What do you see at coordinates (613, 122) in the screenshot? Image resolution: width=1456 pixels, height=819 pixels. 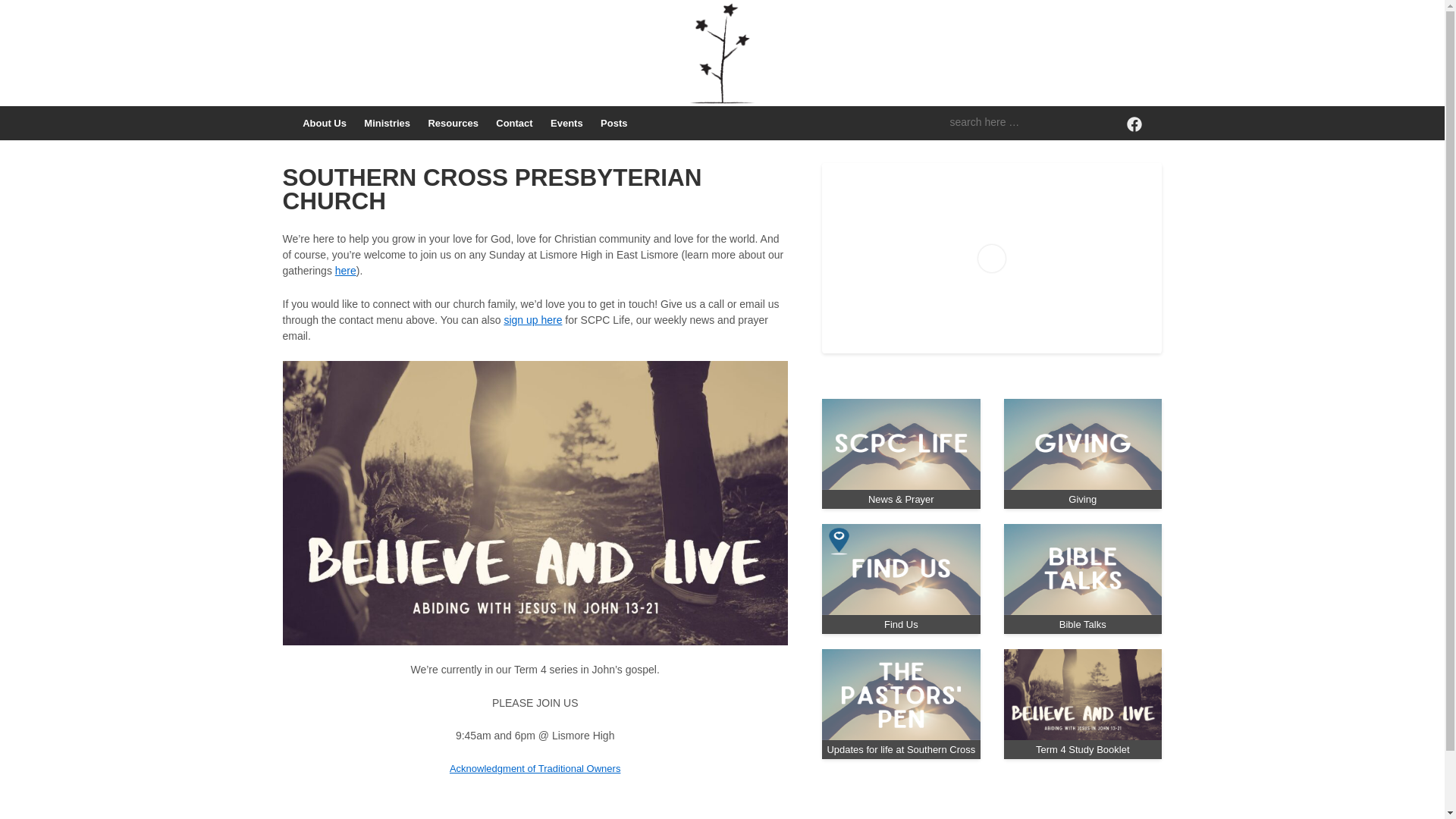 I see `'Posts'` at bounding box center [613, 122].